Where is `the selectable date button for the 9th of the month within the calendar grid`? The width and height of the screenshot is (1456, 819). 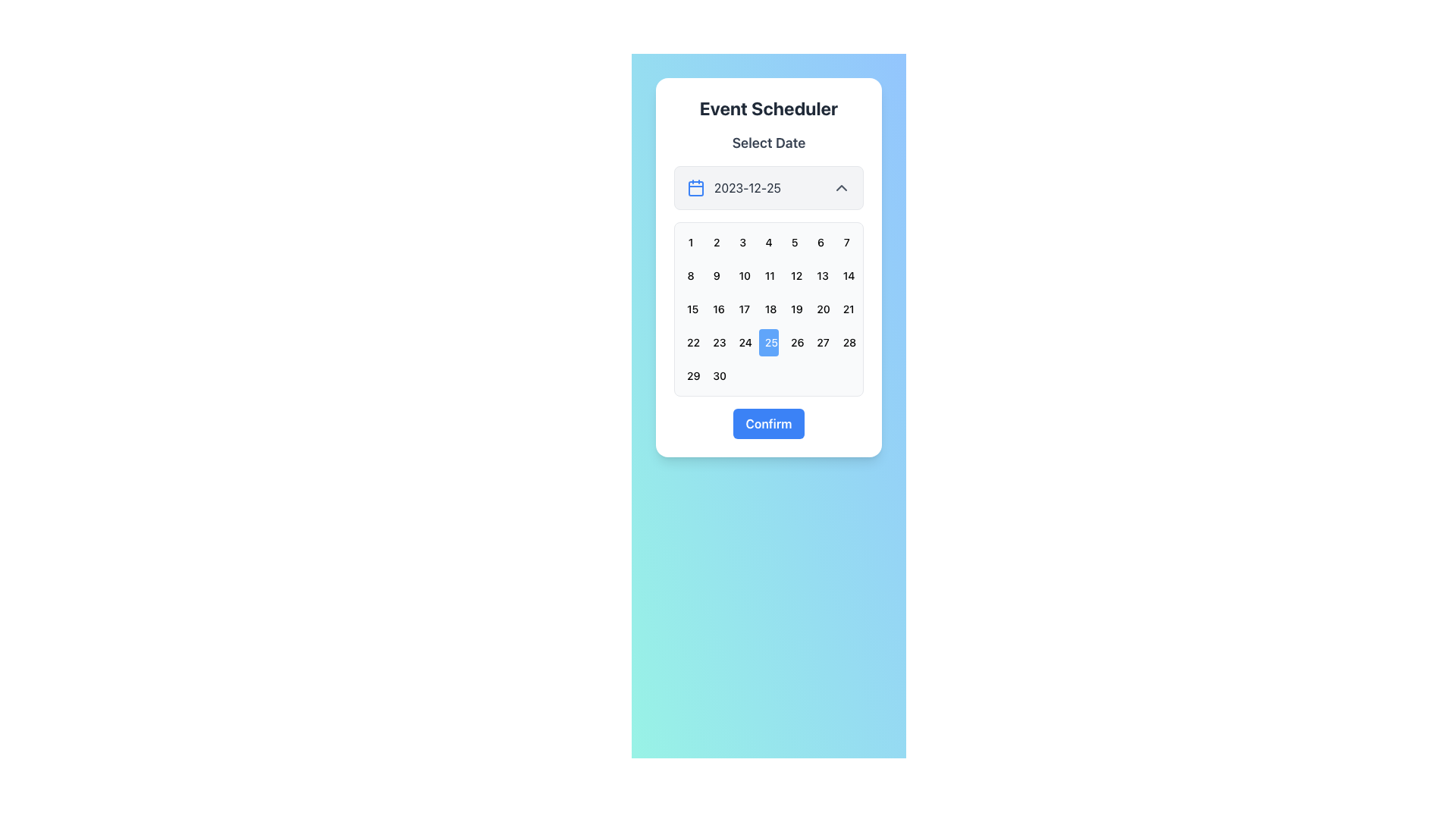
the selectable date button for the 9th of the month within the calendar grid is located at coordinates (716, 275).